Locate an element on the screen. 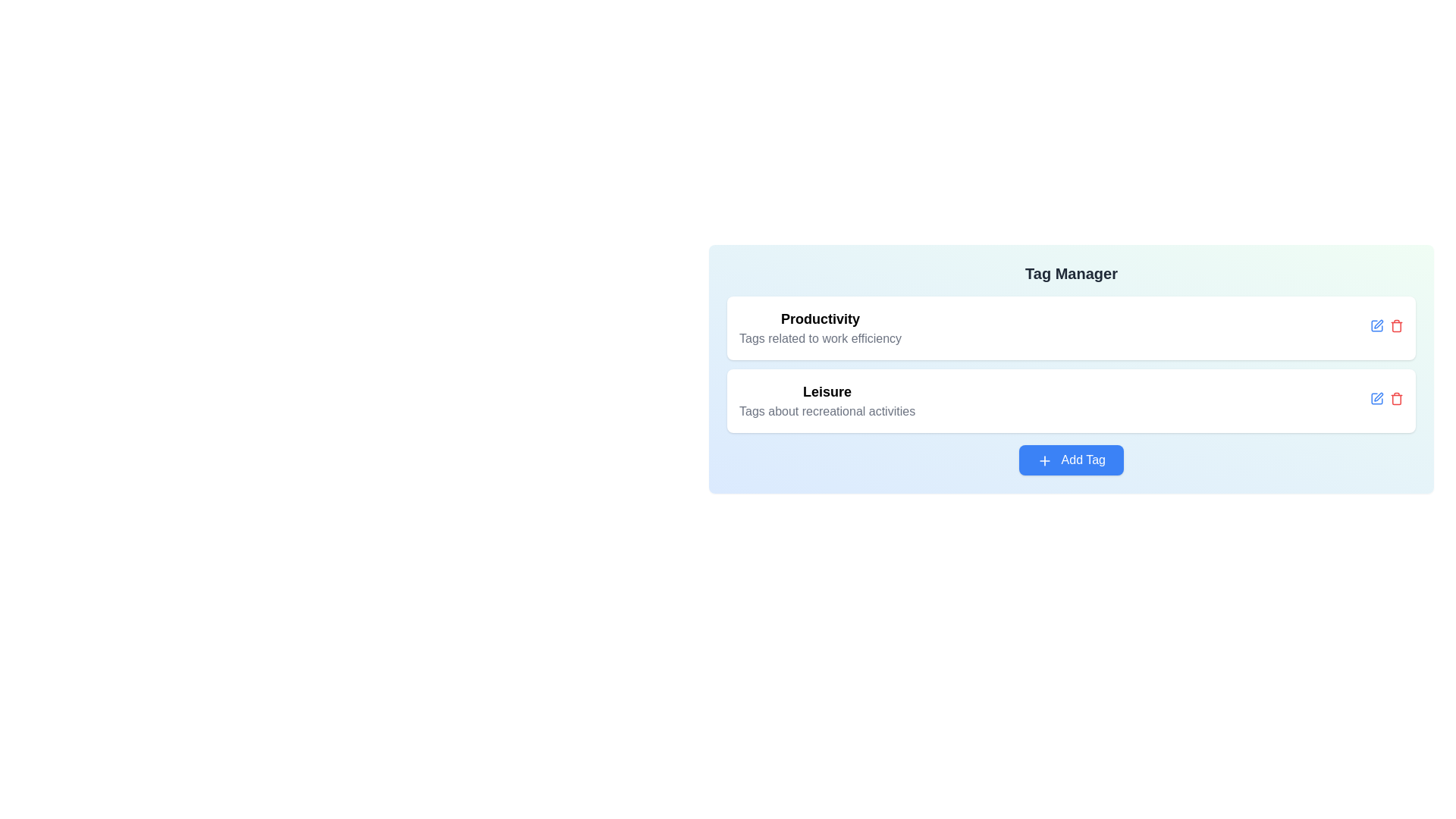 Image resolution: width=1456 pixels, height=819 pixels. the red trash icon button located to the right of the 'Leisure' tag in the 'Tag Manager' area to observe the scaling effect is located at coordinates (1396, 397).